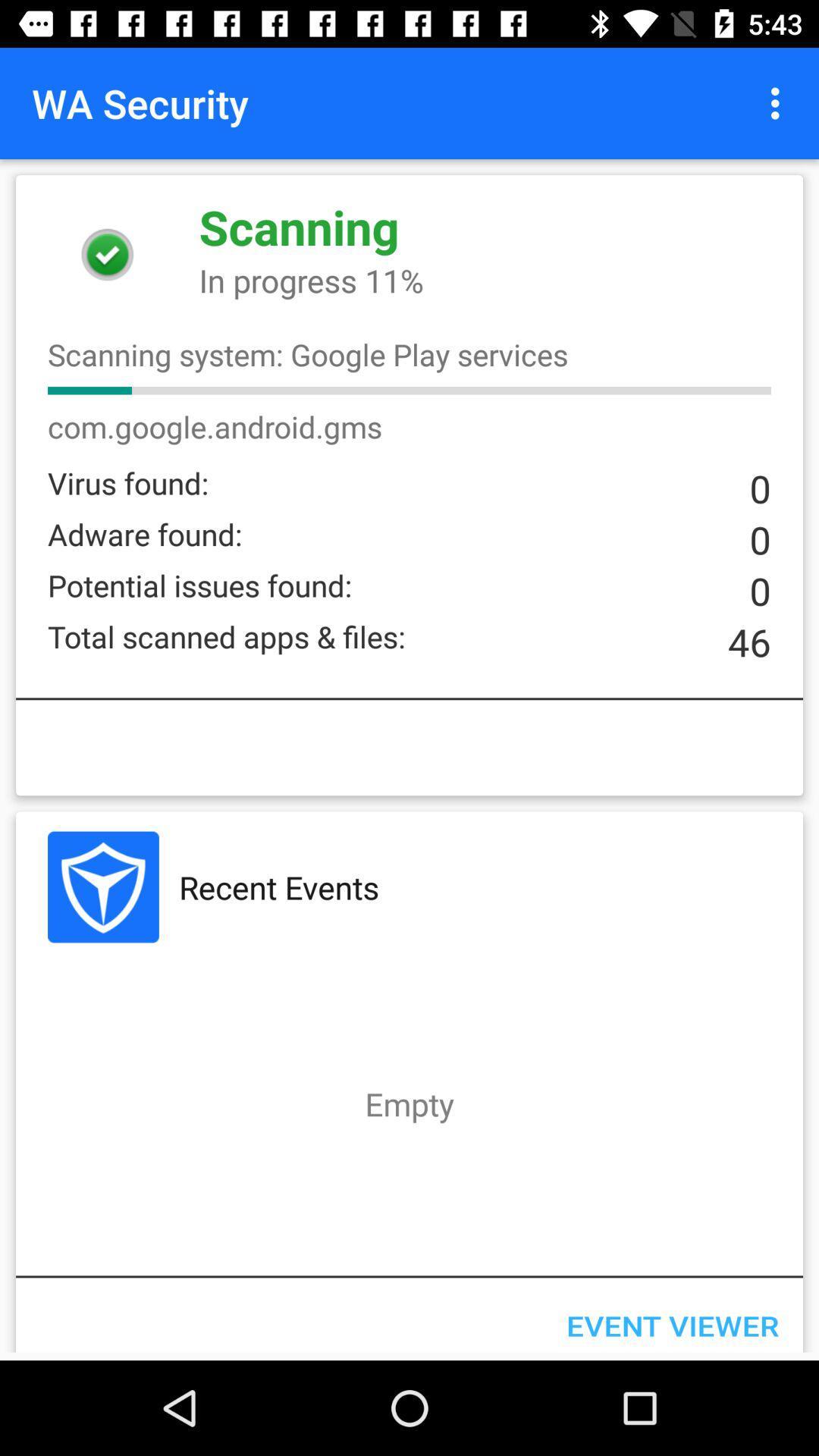 The height and width of the screenshot is (1456, 819). Describe the element at coordinates (779, 102) in the screenshot. I see `icon next to the wa security` at that location.